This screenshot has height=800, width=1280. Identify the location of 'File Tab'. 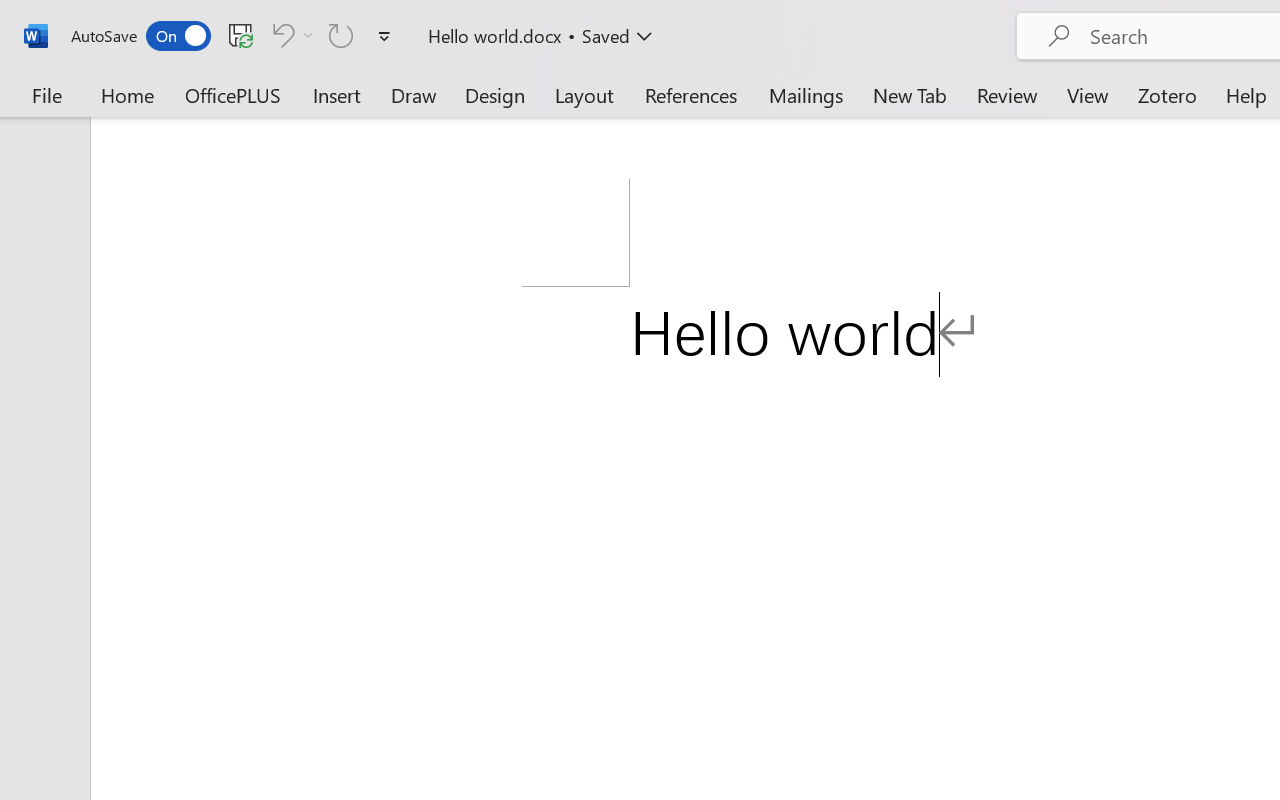
(46, 94).